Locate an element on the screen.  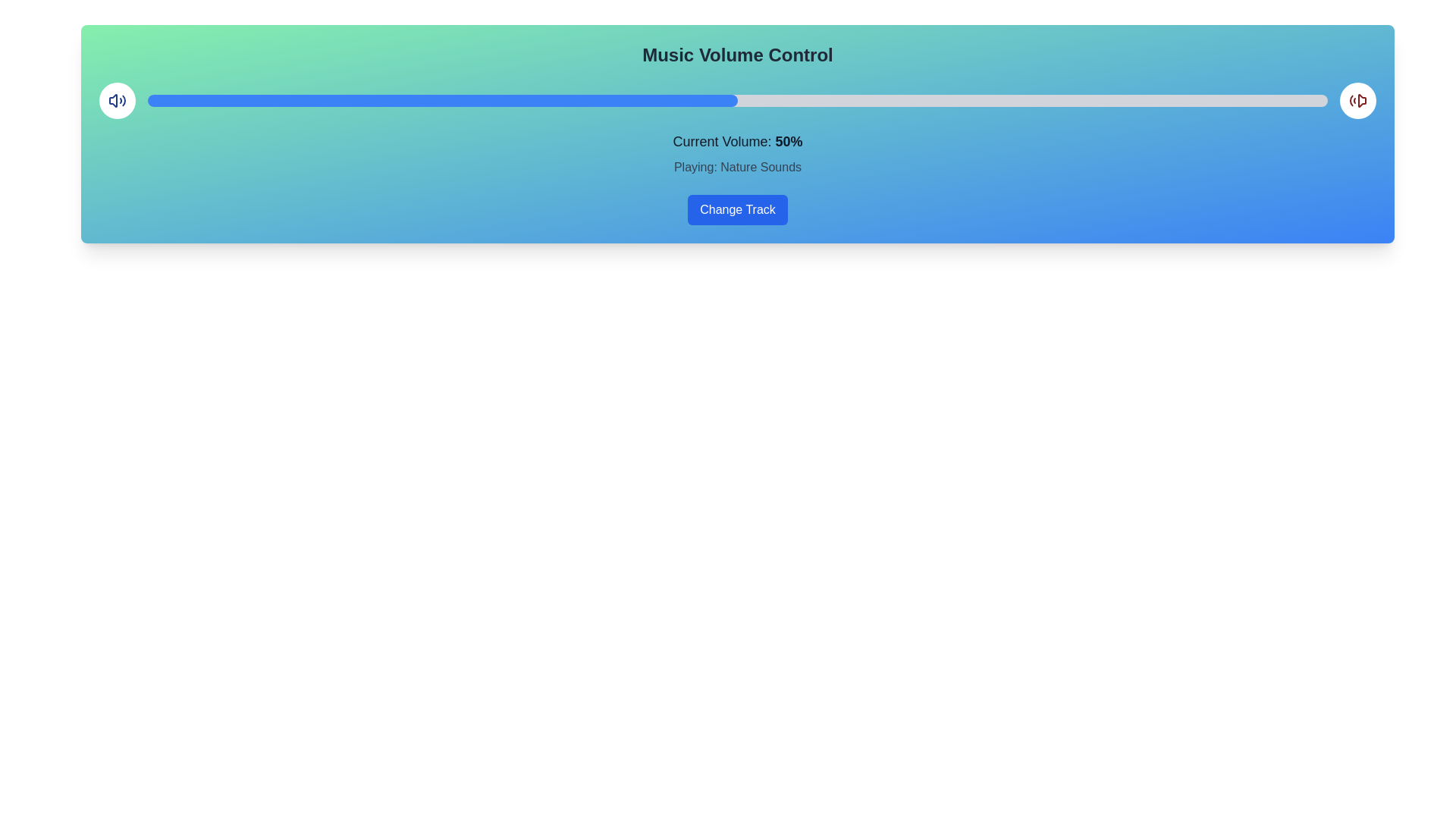
the blue speaker icon, which is part of a circular white button is located at coordinates (116, 100).